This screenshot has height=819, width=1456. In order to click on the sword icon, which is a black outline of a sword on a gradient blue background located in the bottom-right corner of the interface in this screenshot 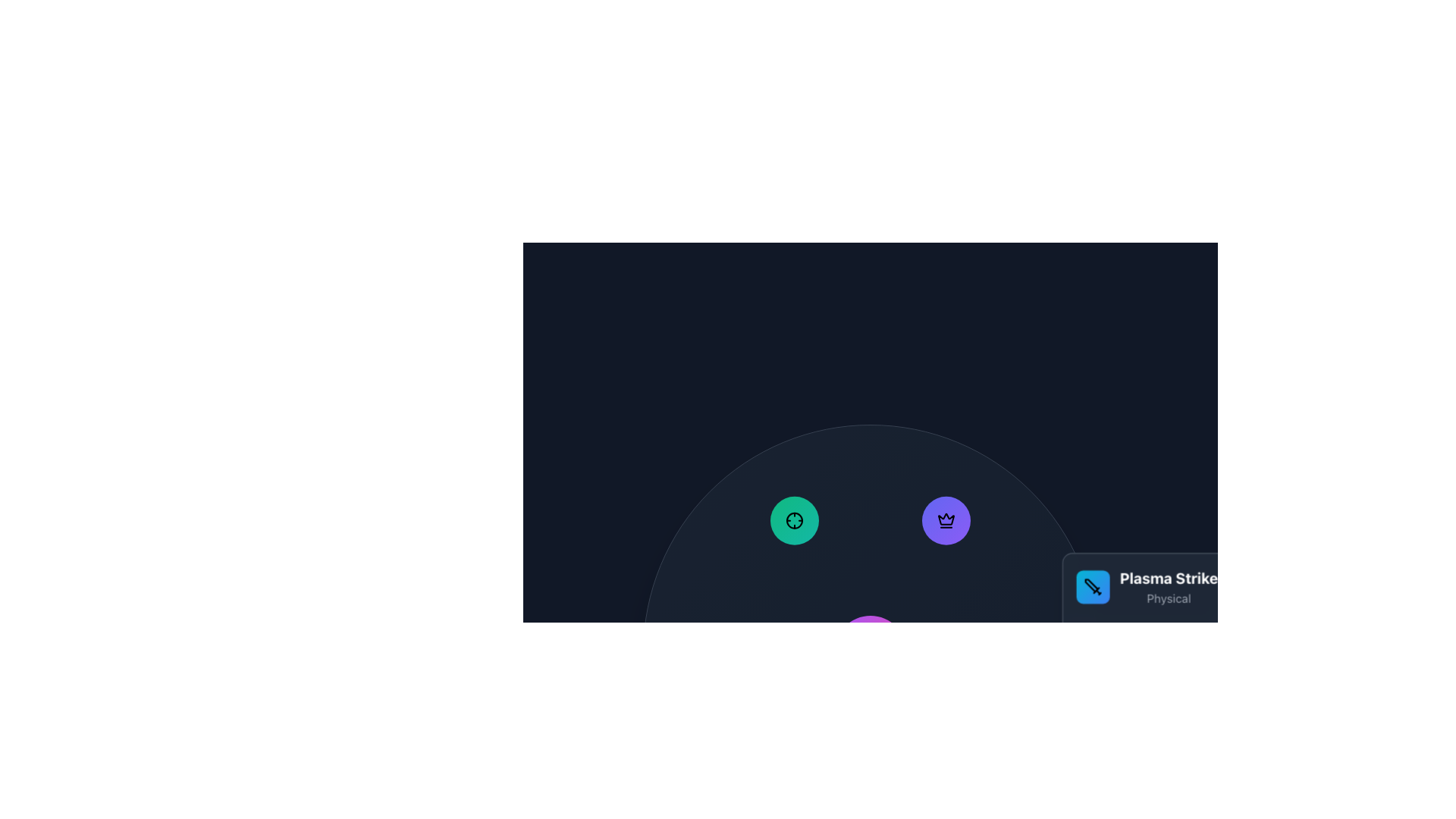, I will do `click(1093, 586)`.